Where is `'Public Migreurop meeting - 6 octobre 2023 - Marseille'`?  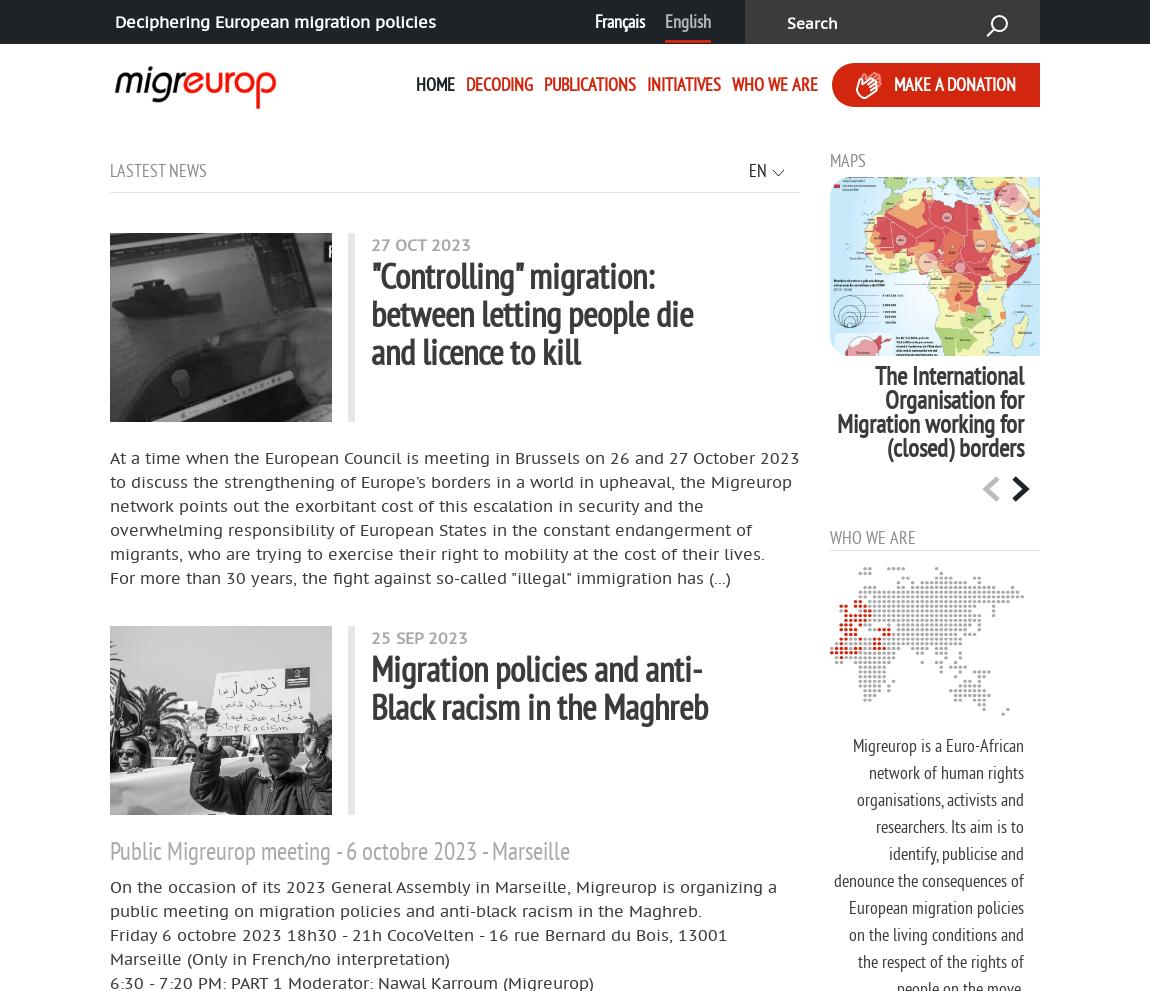
'Public Migreurop meeting - 6 octobre 2023 - Marseille' is located at coordinates (340, 848).